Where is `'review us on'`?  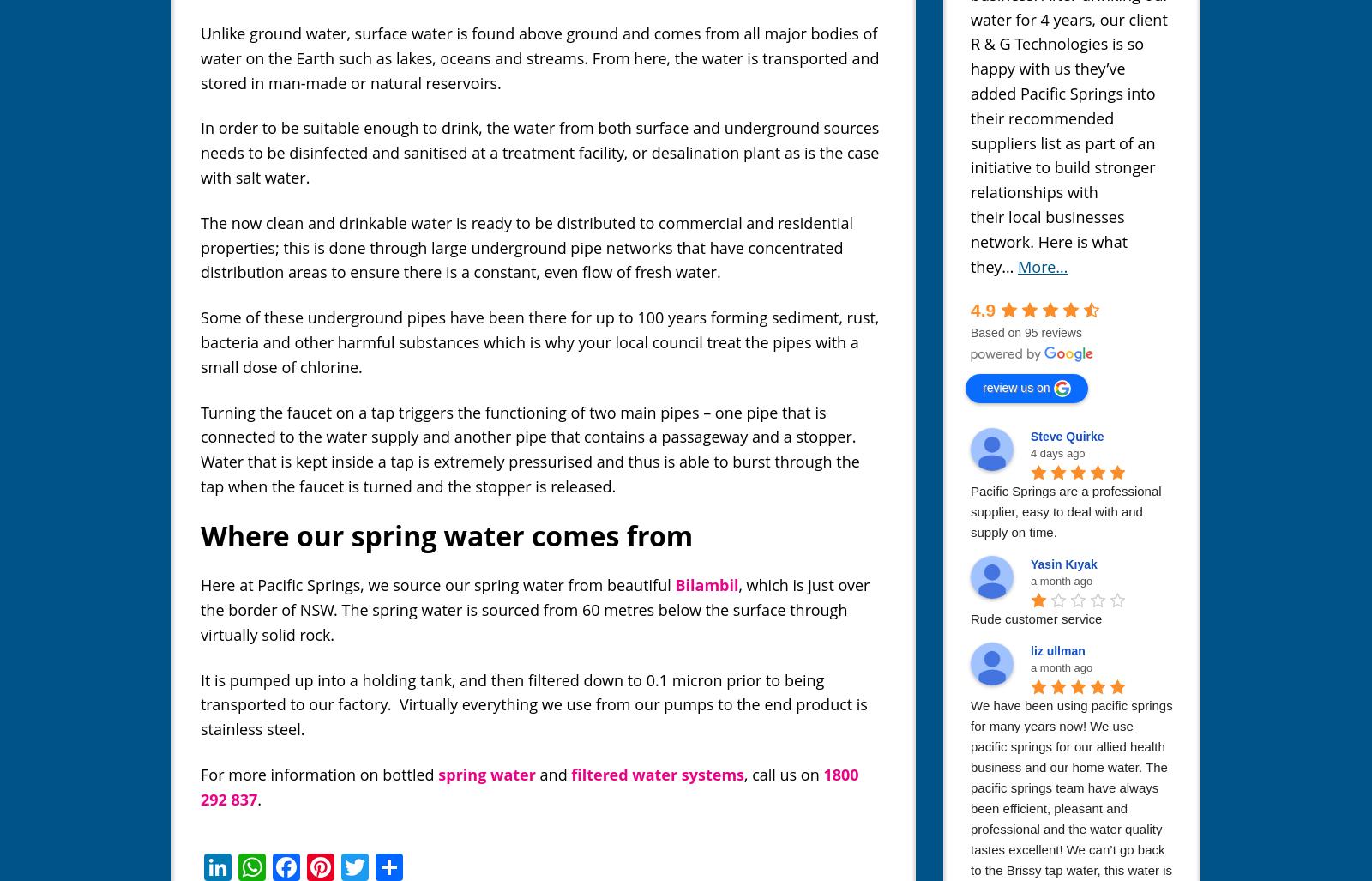
'review us on' is located at coordinates (983, 385).